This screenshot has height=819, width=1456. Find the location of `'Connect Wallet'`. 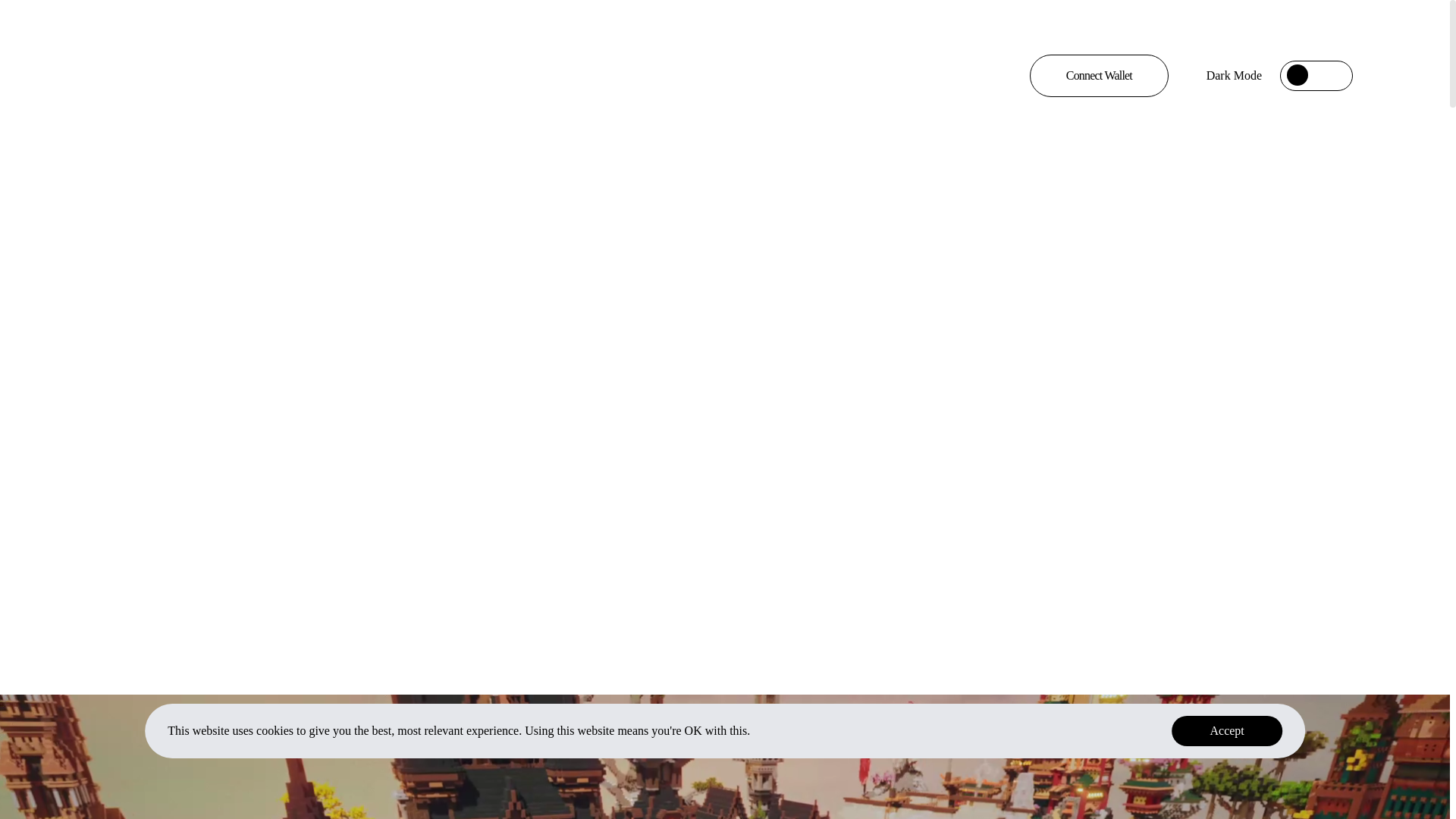

'Connect Wallet' is located at coordinates (1099, 76).